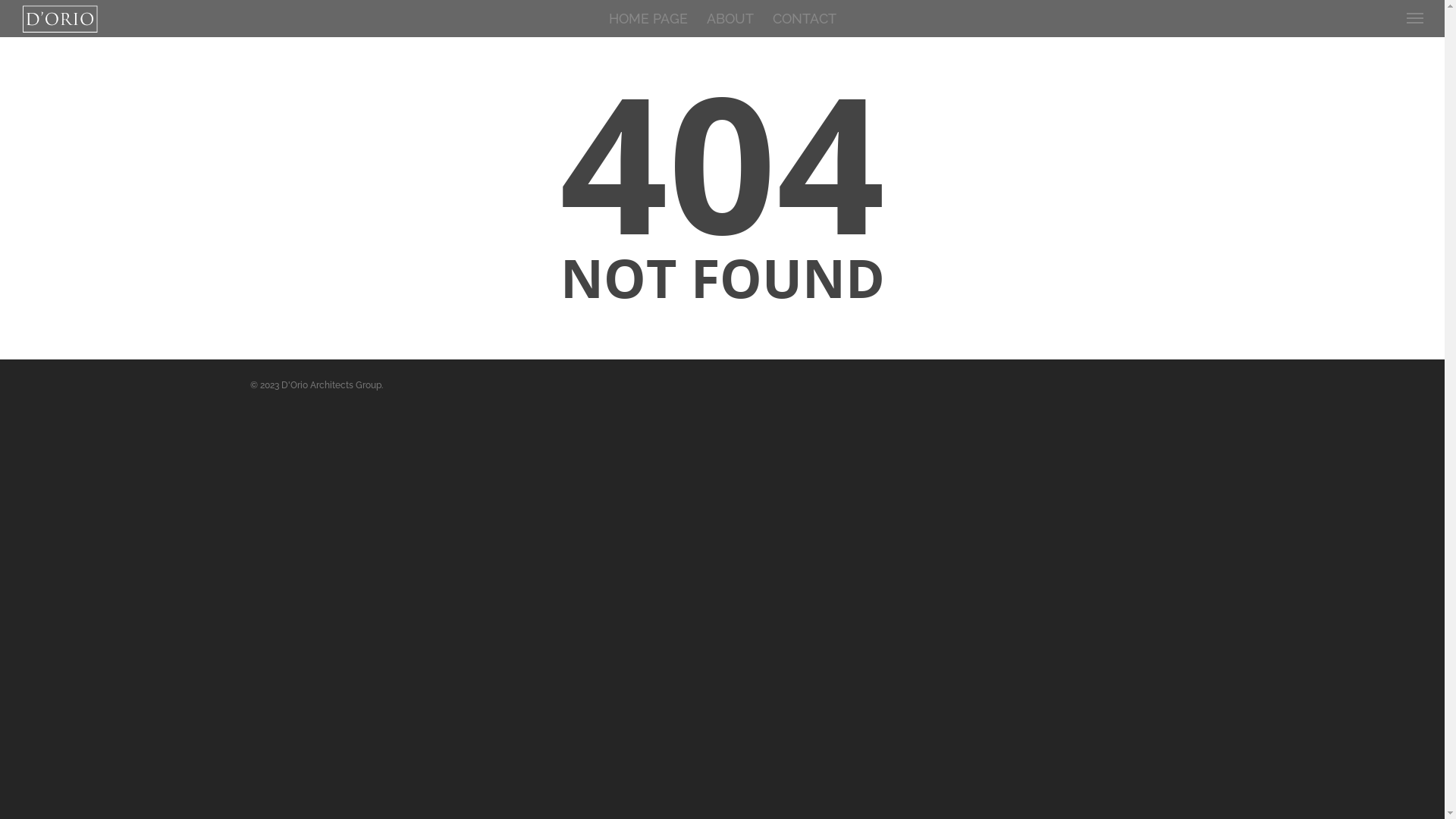 Image resolution: width=1456 pixels, height=819 pixels. What do you see at coordinates (648, 20) in the screenshot?
I see `'HOME PAGE'` at bounding box center [648, 20].